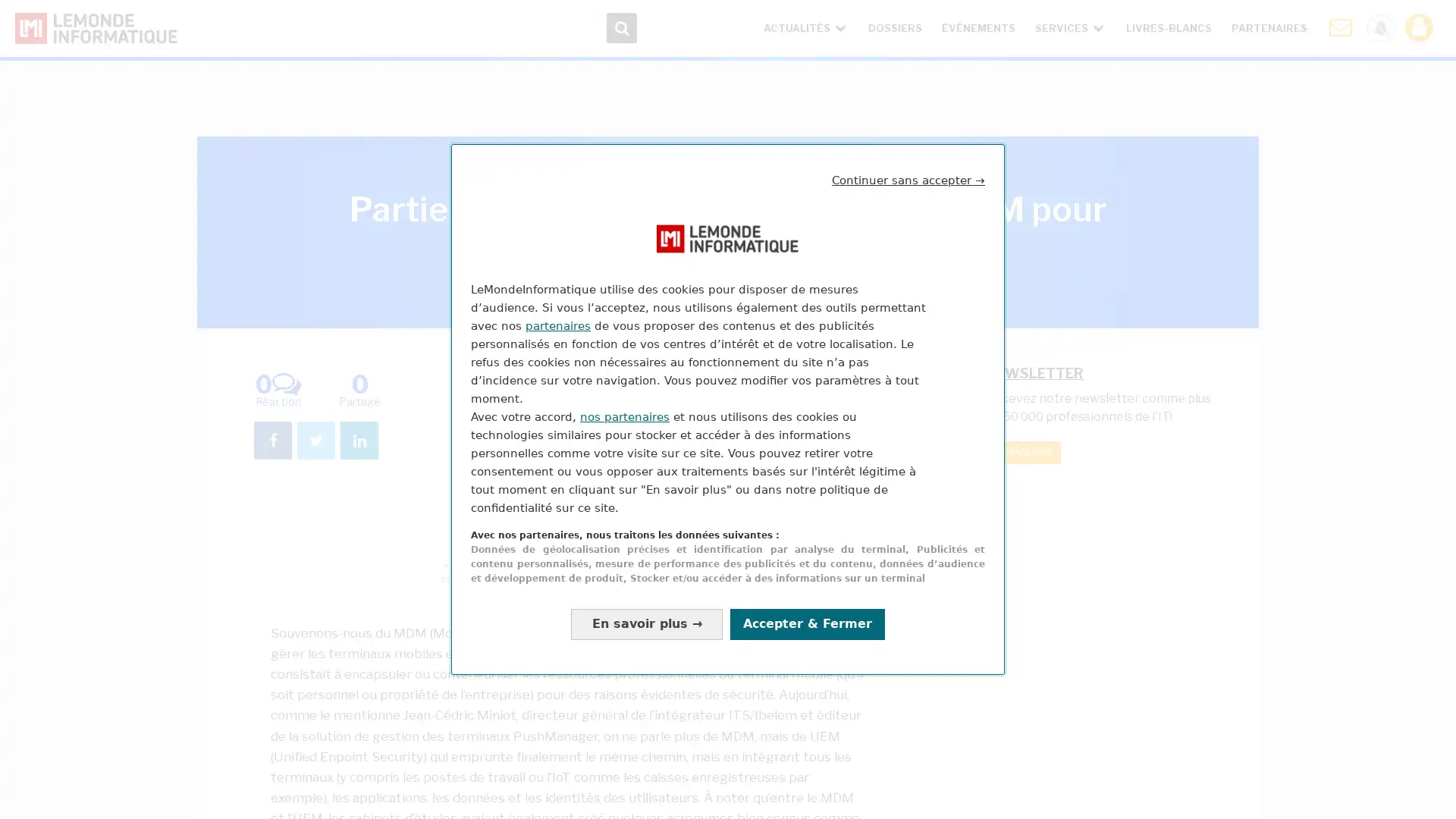  Describe the element at coordinates (908, 180) in the screenshot. I see `Continuer sans accepter` at that location.